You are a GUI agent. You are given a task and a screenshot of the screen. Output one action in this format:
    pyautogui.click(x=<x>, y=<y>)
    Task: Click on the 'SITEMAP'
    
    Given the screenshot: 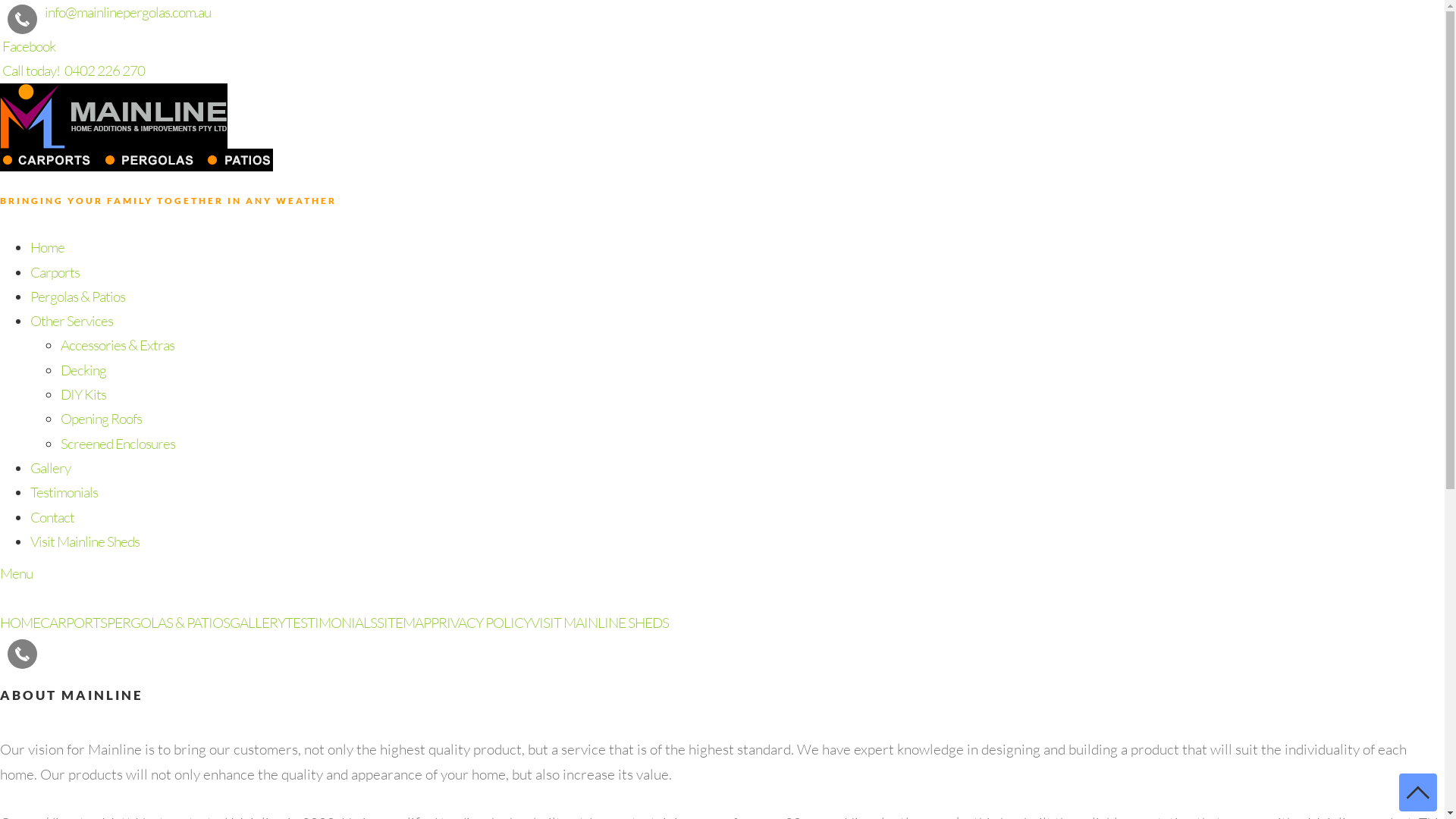 What is the action you would take?
    pyautogui.click(x=403, y=623)
    